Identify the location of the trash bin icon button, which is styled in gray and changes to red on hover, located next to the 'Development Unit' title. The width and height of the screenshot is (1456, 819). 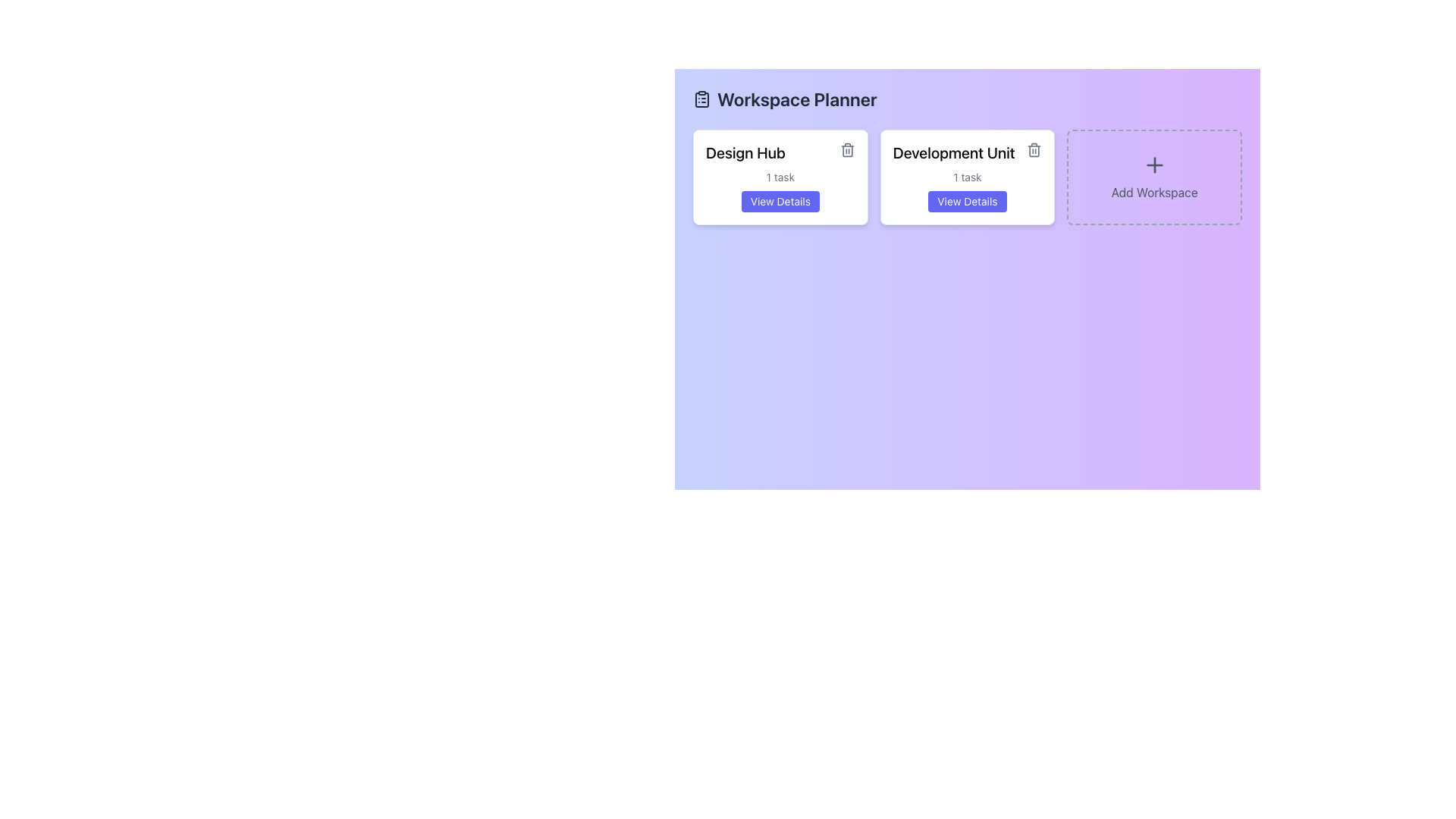
(1034, 149).